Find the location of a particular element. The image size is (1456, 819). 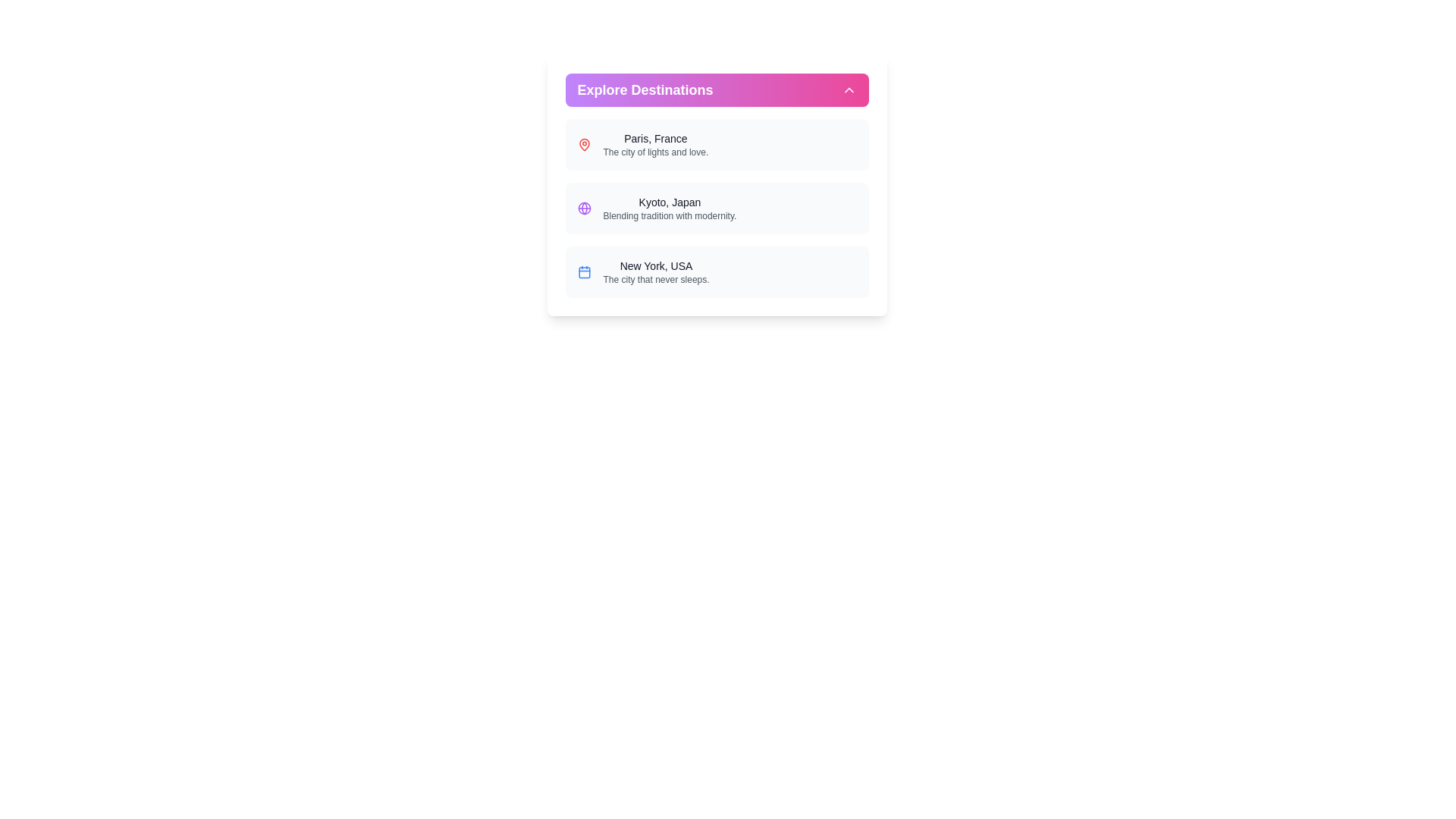

the calendar icon located to the left of the 'New York, USA' entry is located at coordinates (583, 271).